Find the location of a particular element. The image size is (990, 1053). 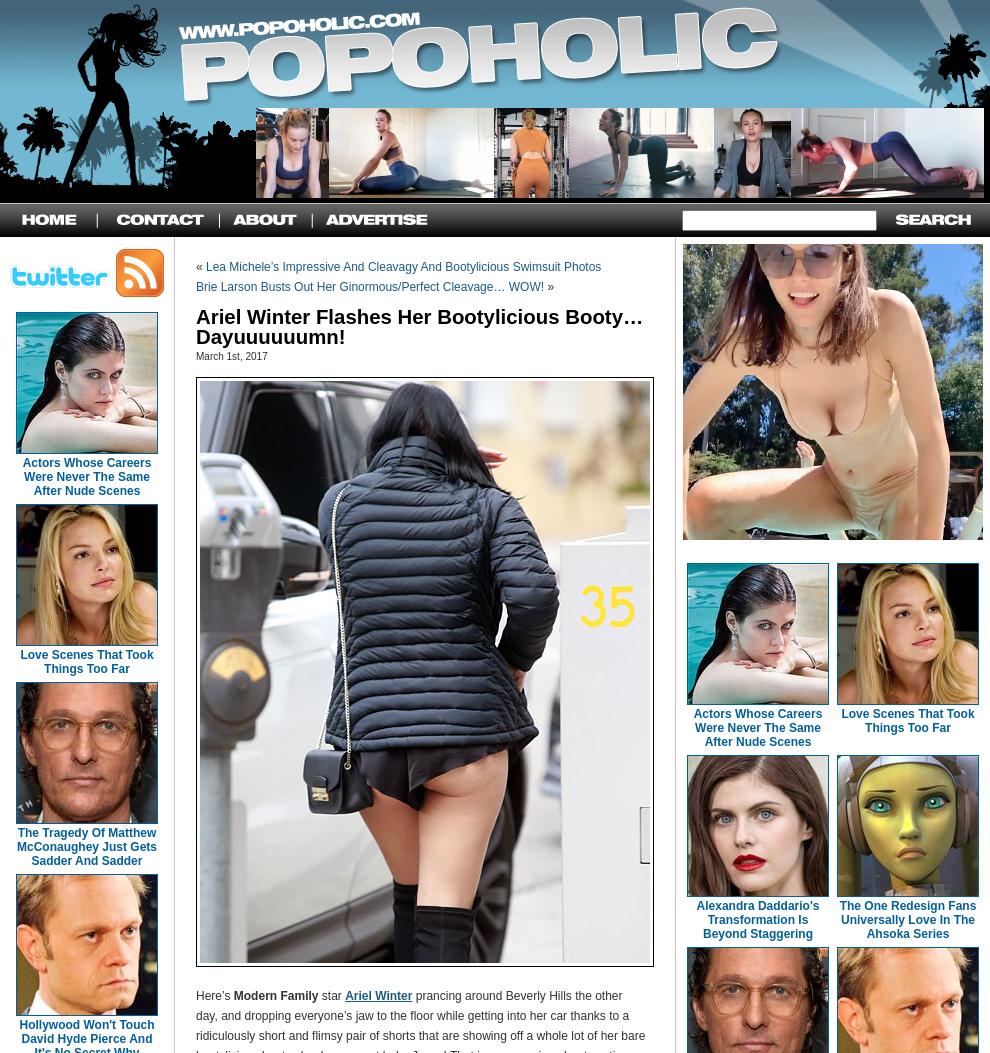

'The One Redesign Fans Universally Love In The Ahsoka Series' is located at coordinates (838, 919).